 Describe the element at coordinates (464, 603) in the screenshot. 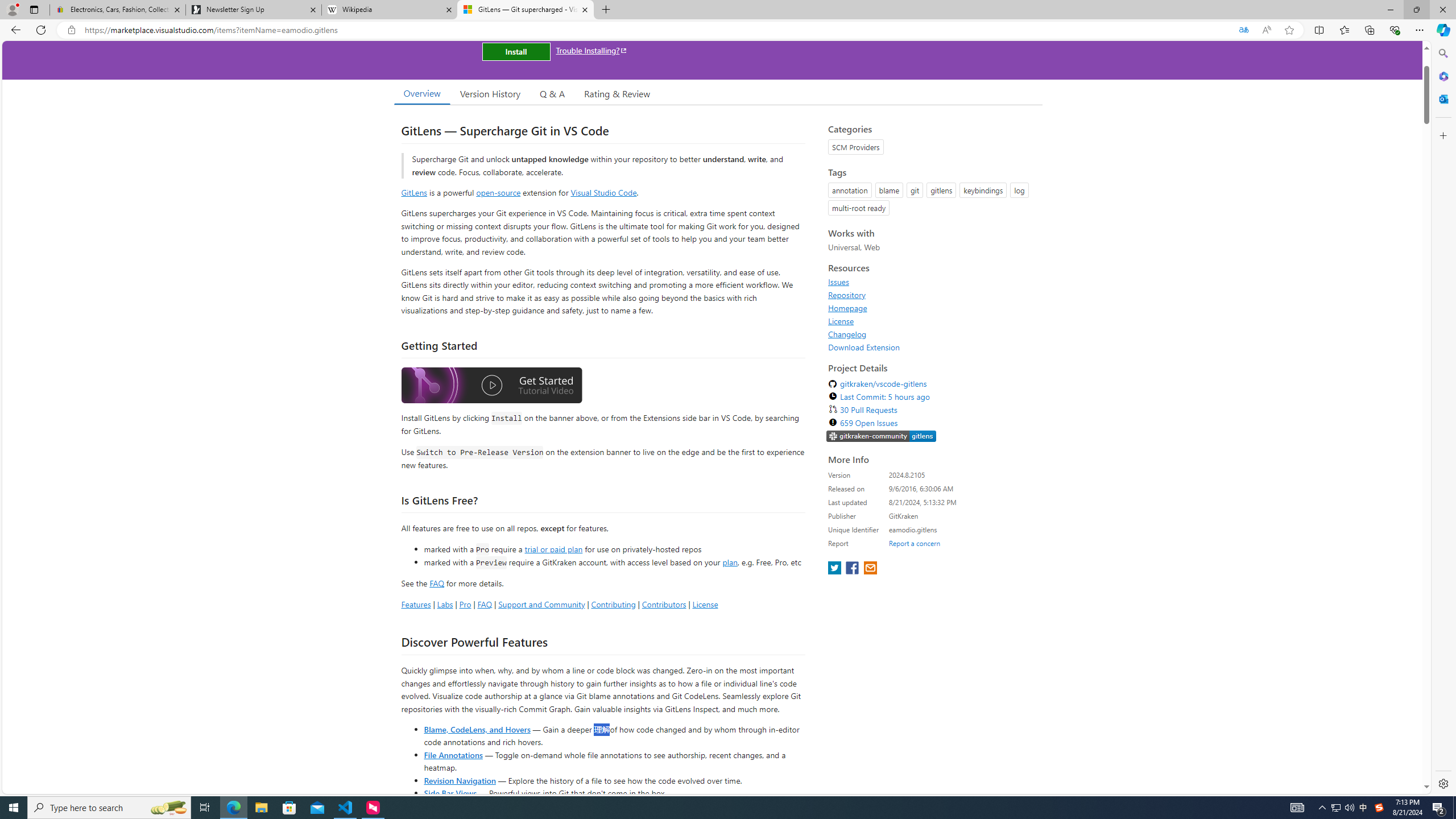

I see `'Pro'` at that location.